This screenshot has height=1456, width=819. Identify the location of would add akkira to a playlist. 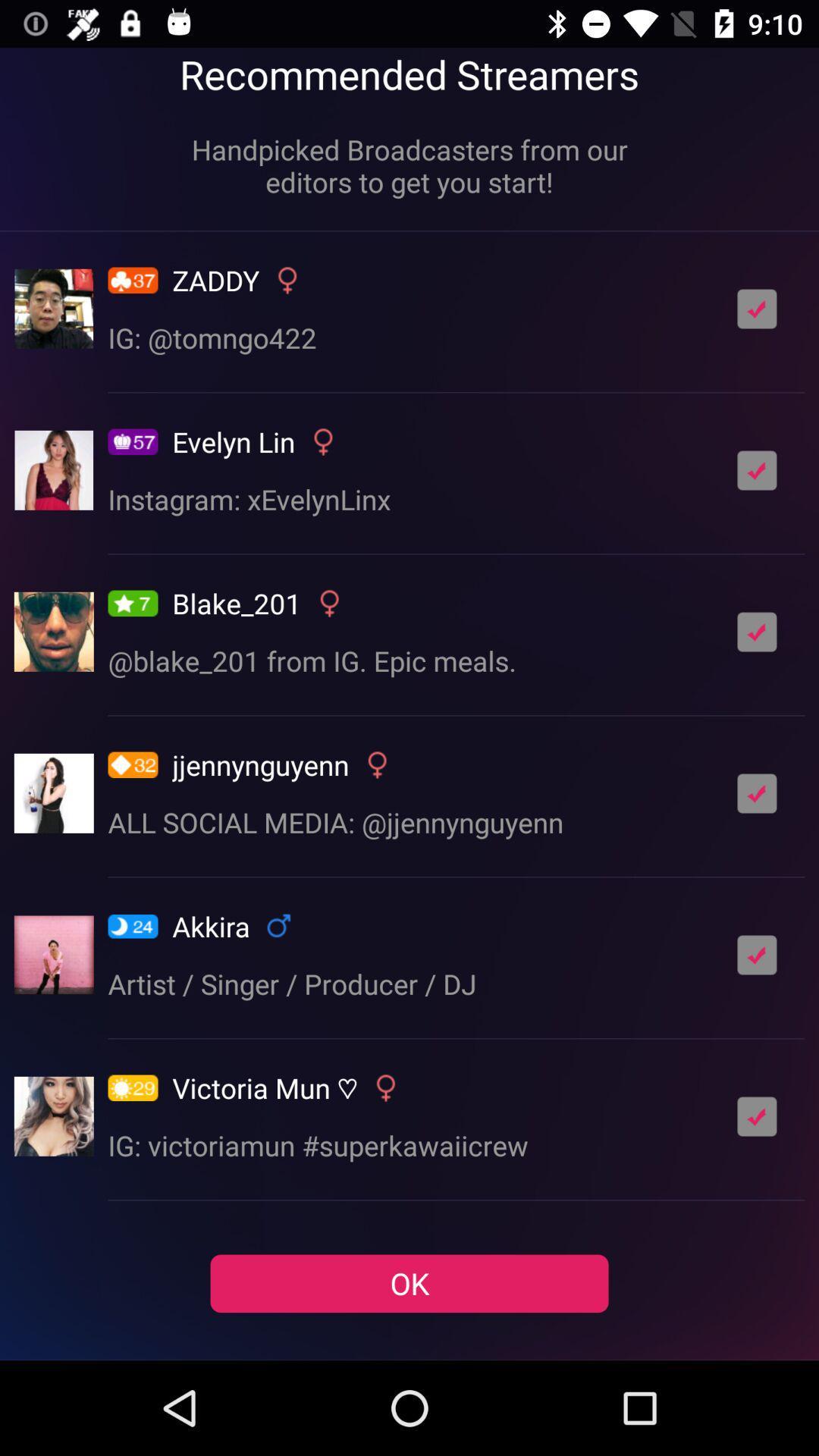
(757, 954).